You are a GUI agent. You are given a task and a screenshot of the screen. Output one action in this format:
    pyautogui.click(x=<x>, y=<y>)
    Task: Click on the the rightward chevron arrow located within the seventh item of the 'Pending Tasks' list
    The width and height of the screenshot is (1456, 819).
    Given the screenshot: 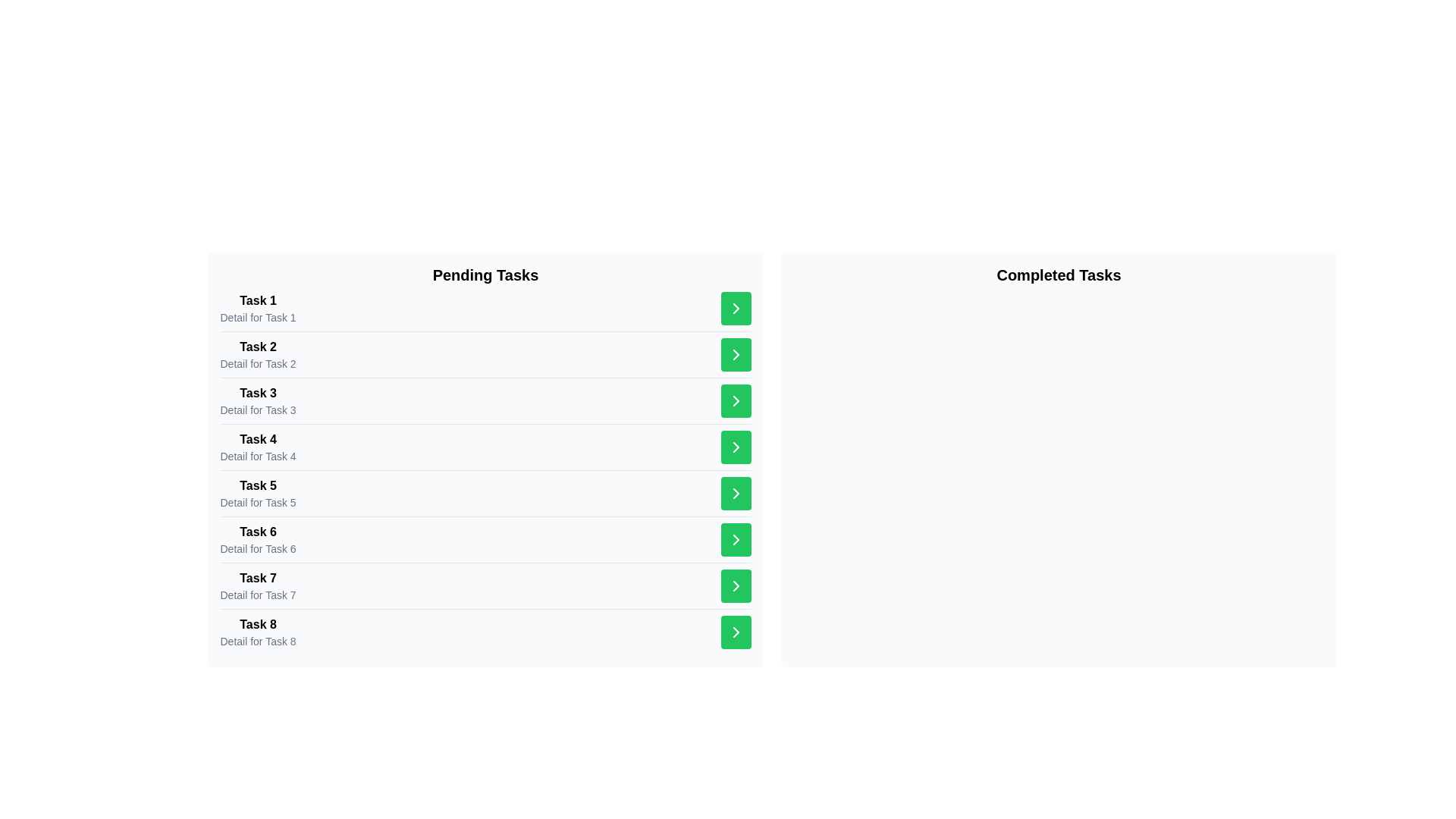 What is the action you would take?
    pyautogui.click(x=736, y=400)
    